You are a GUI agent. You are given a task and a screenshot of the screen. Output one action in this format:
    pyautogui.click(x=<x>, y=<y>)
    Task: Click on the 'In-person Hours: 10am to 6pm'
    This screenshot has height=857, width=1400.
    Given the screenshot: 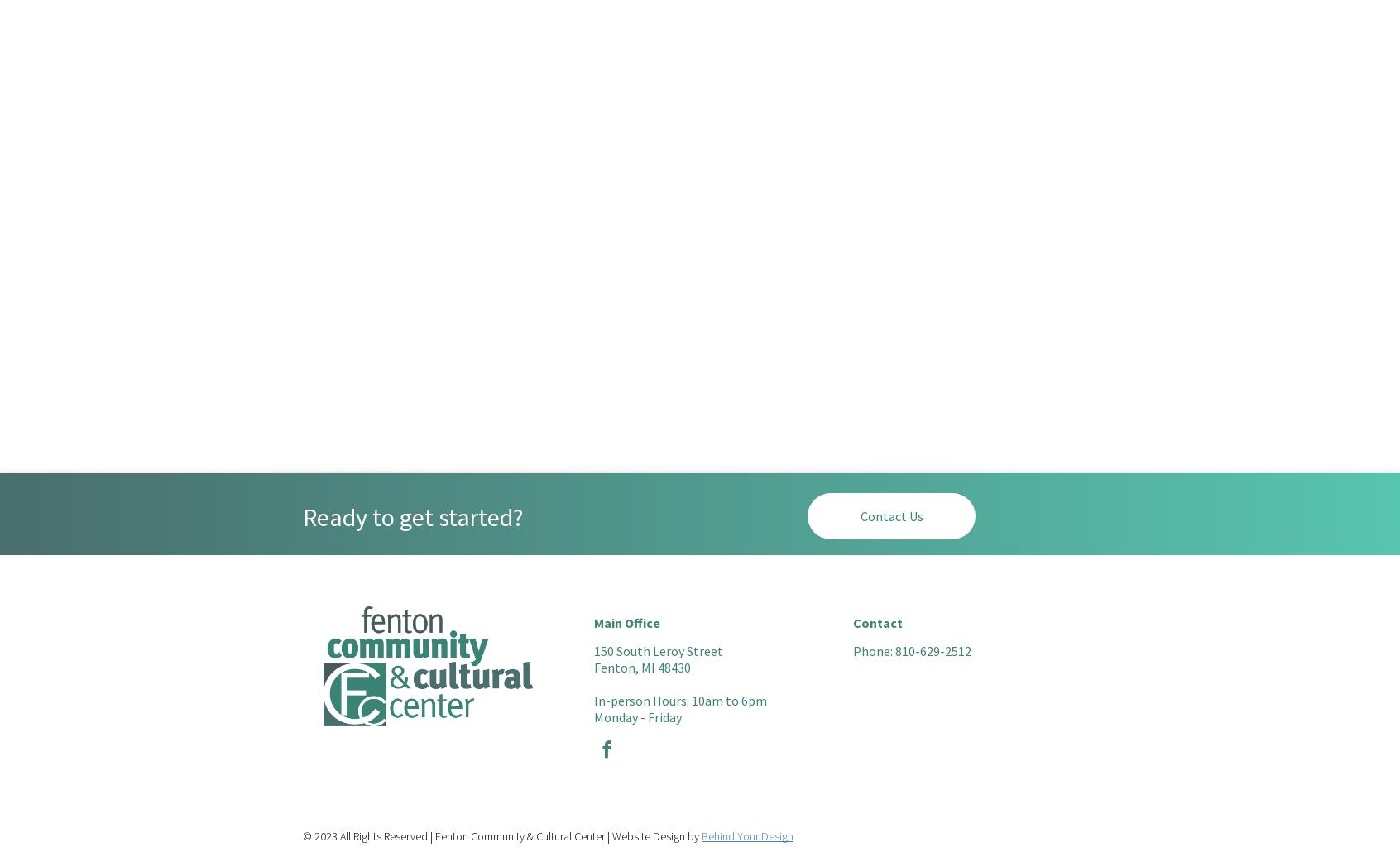 What is the action you would take?
    pyautogui.click(x=680, y=701)
    